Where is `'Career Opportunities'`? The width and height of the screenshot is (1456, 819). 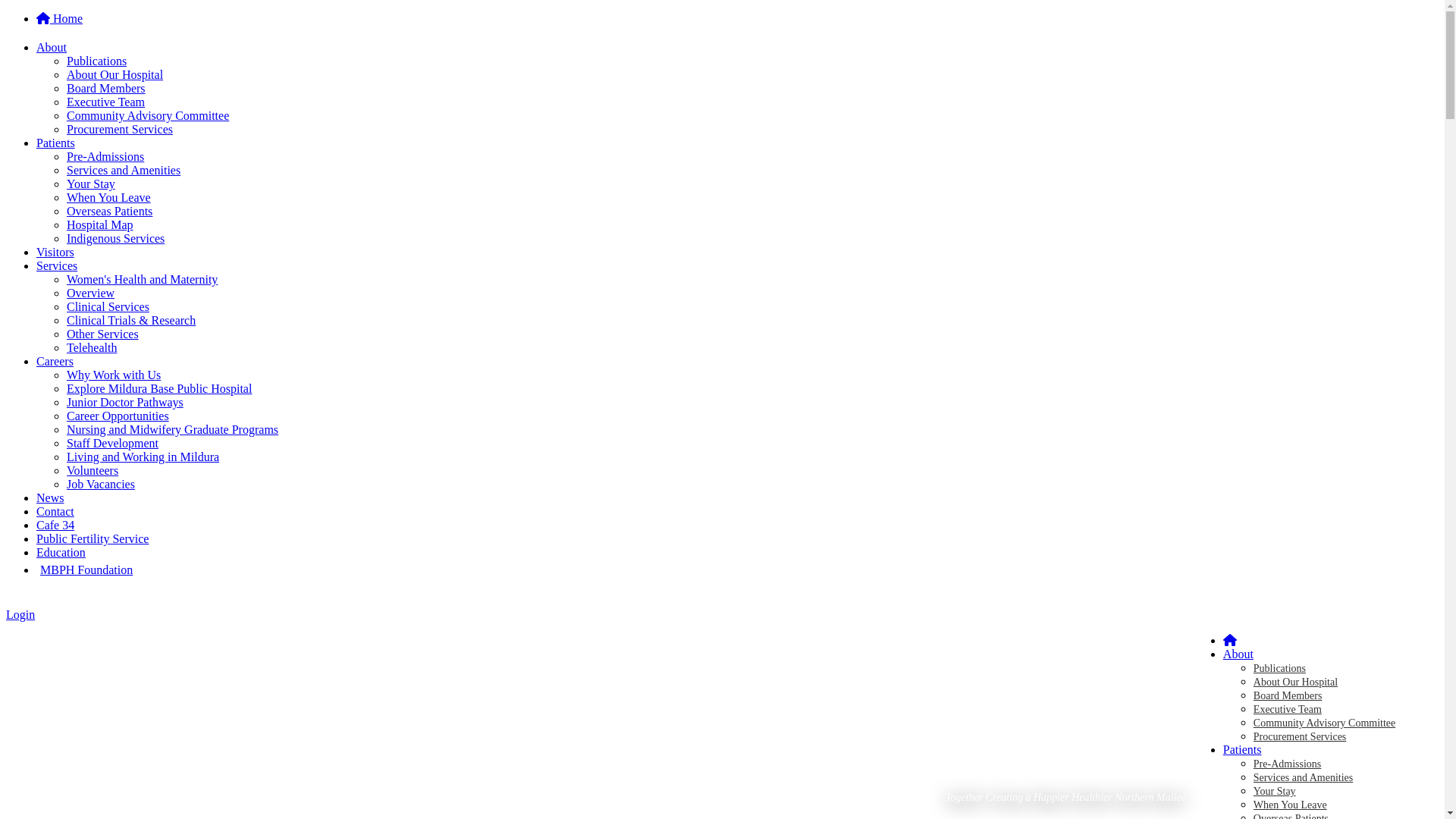 'Career Opportunities' is located at coordinates (117, 416).